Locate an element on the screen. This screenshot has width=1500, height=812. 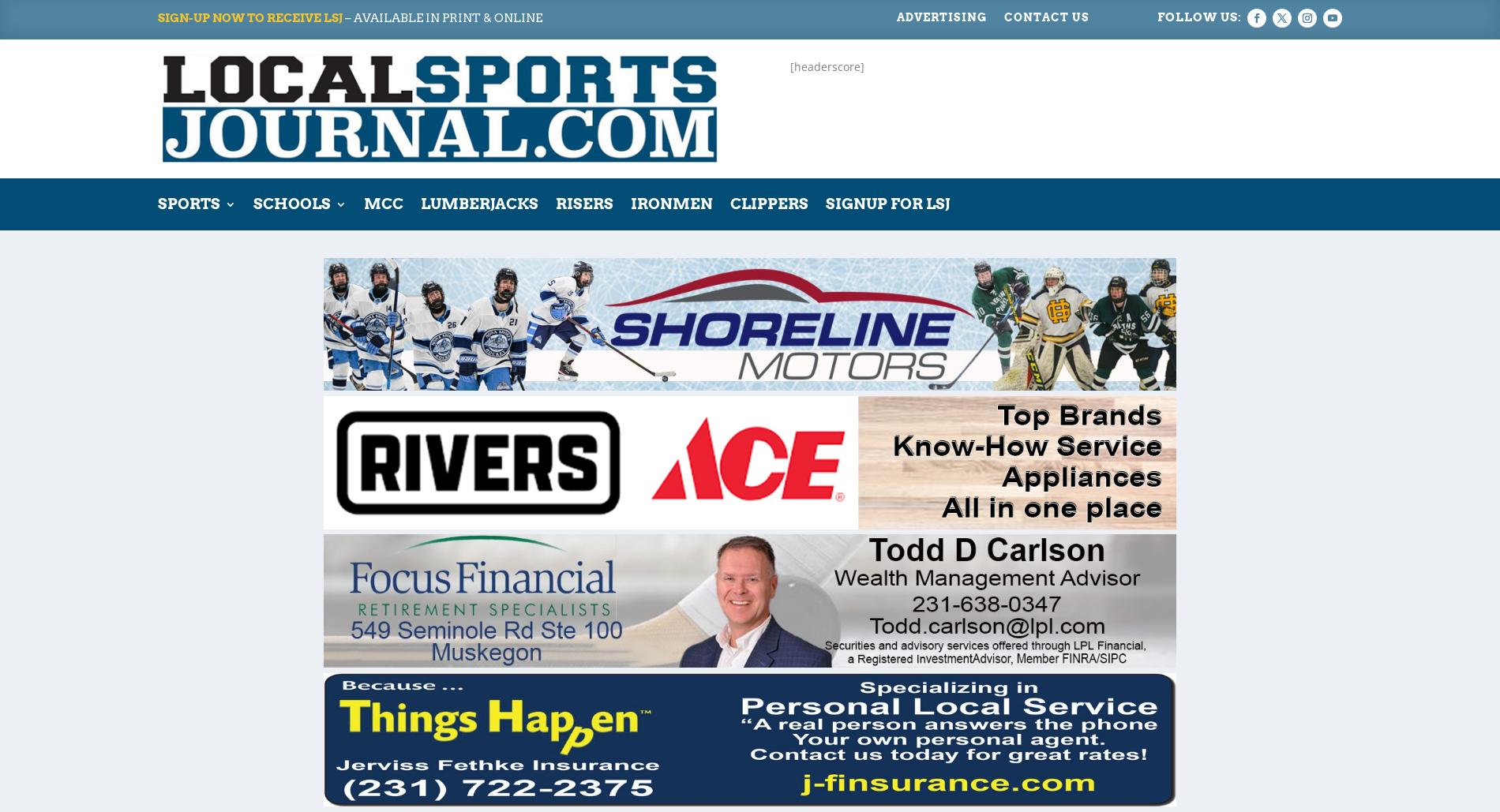
'Ironmen' is located at coordinates (671, 202).